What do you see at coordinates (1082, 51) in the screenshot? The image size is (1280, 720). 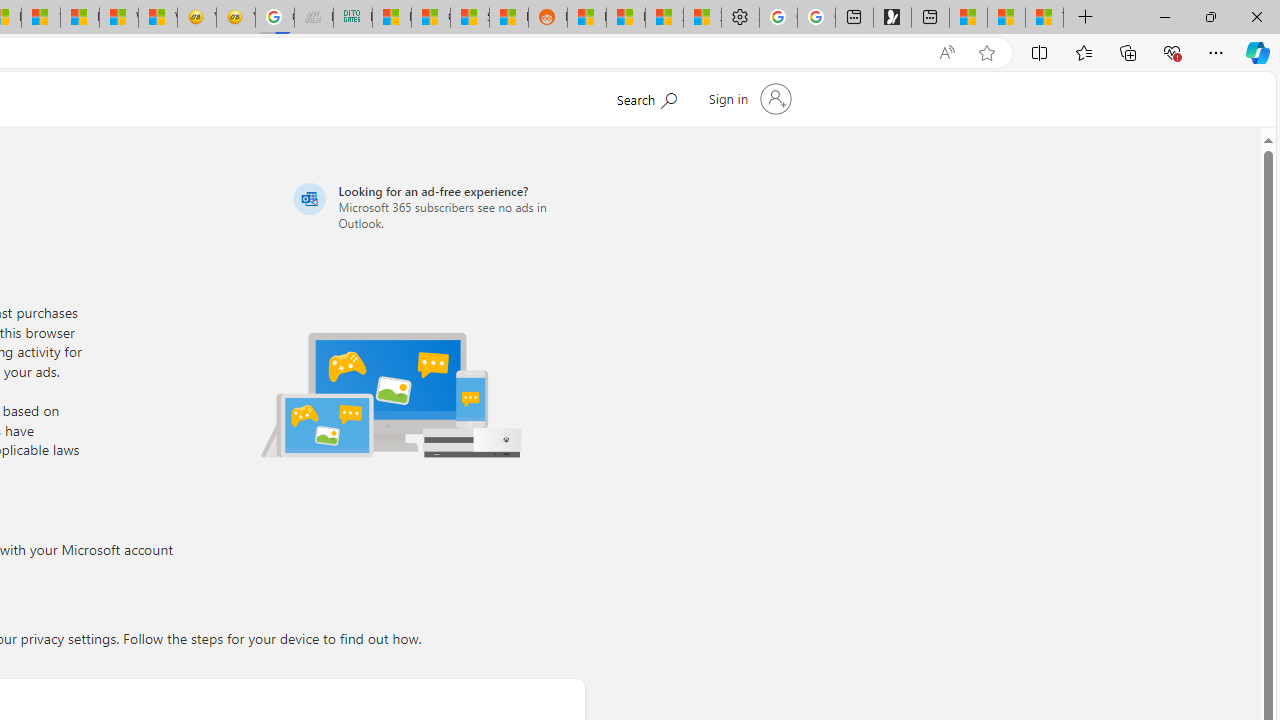 I see `'Favorites'` at bounding box center [1082, 51].